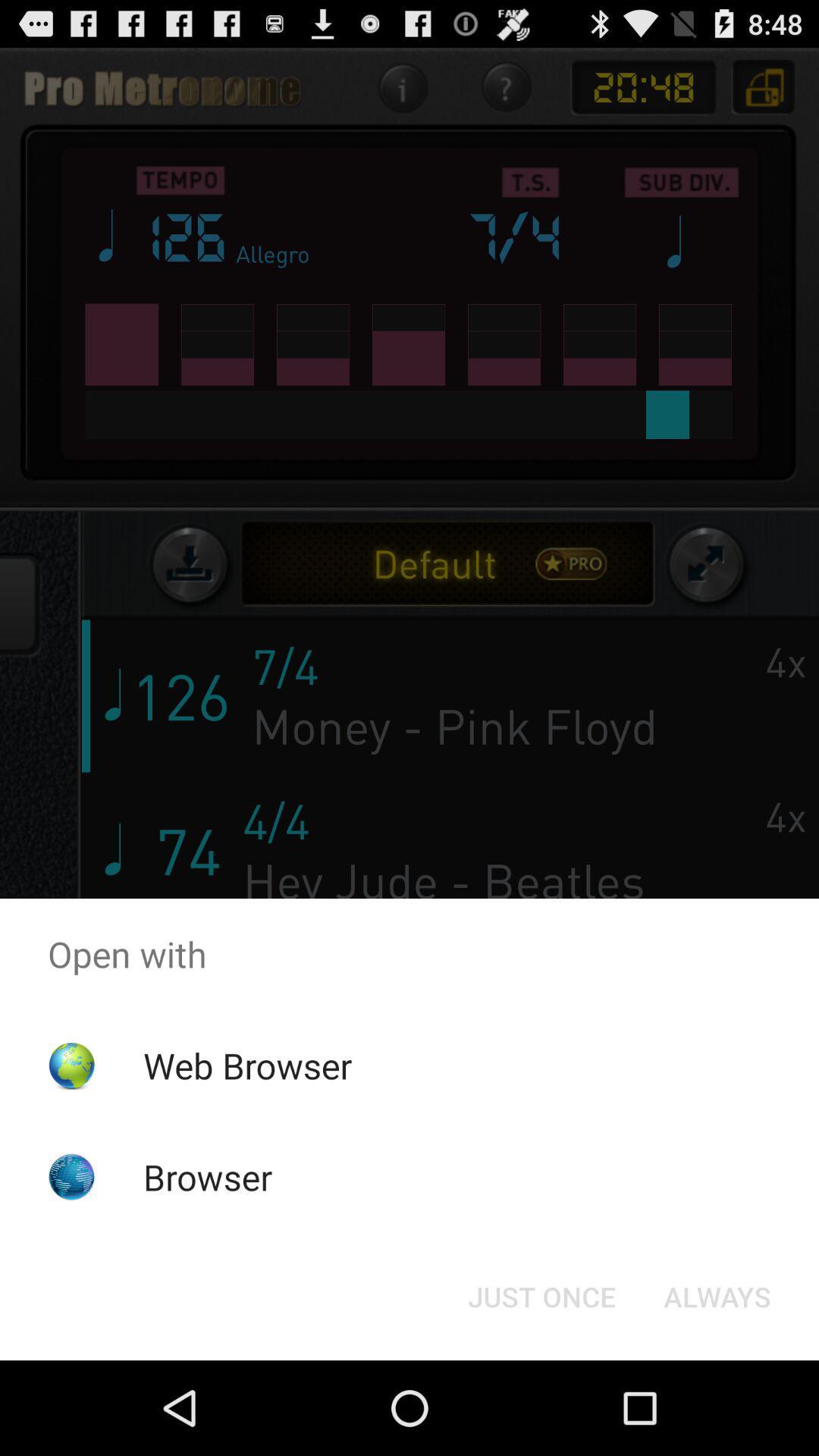  Describe the element at coordinates (246, 1065) in the screenshot. I see `app below the open with item` at that location.